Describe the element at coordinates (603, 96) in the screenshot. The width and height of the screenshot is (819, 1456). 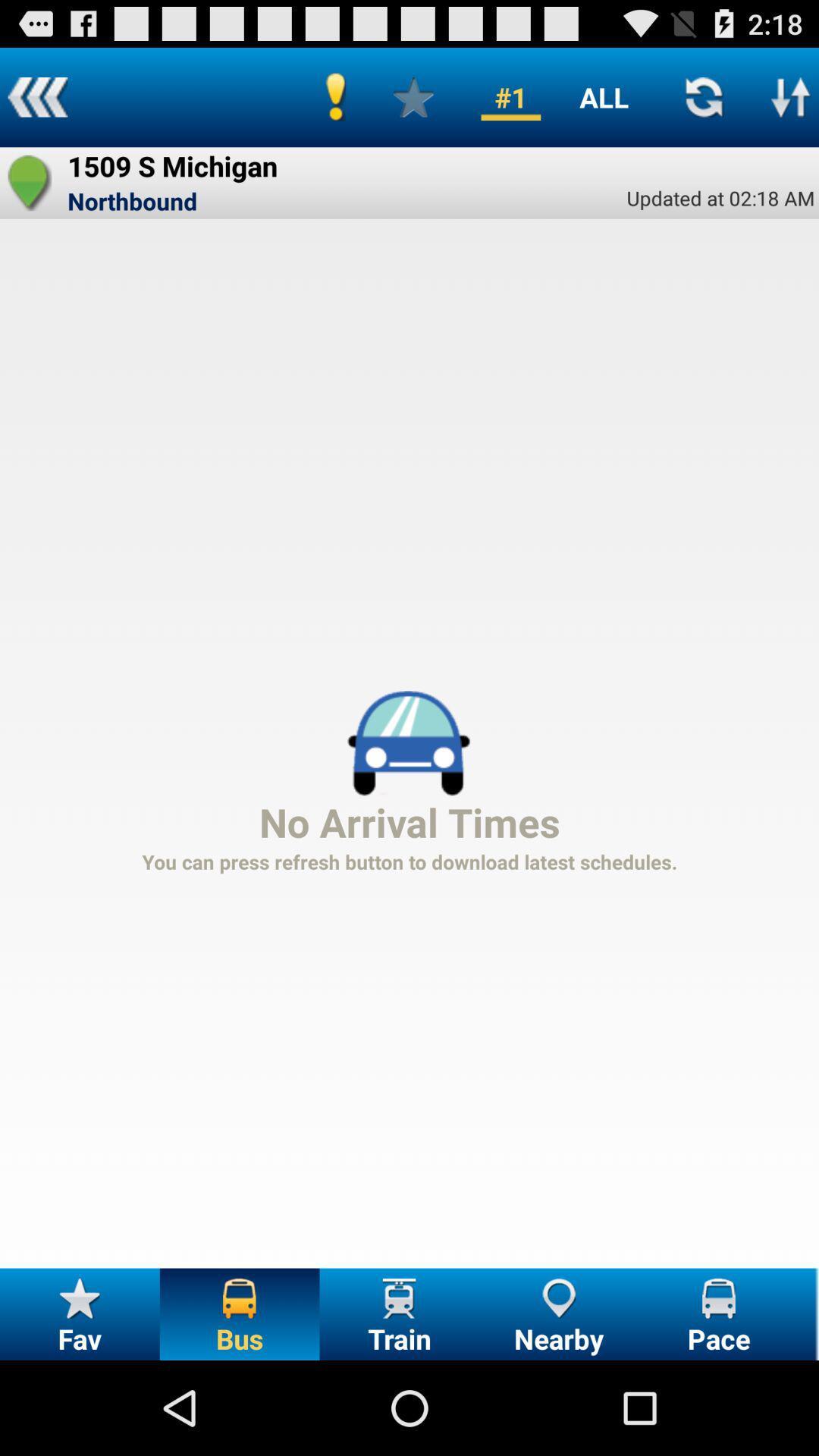
I see `all  button` at that location.